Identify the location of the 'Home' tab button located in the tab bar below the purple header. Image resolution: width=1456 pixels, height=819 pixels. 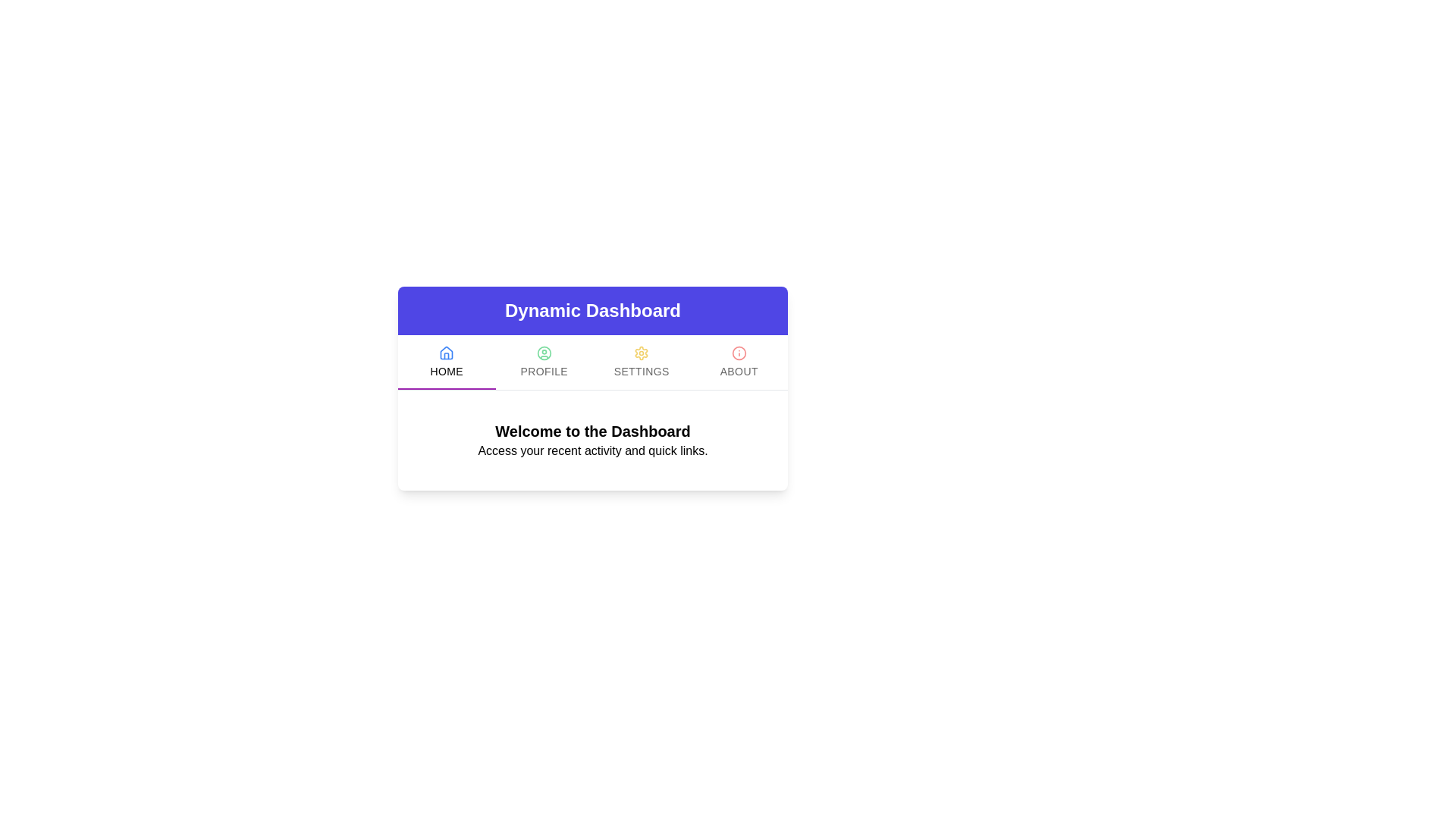
(446, 362).